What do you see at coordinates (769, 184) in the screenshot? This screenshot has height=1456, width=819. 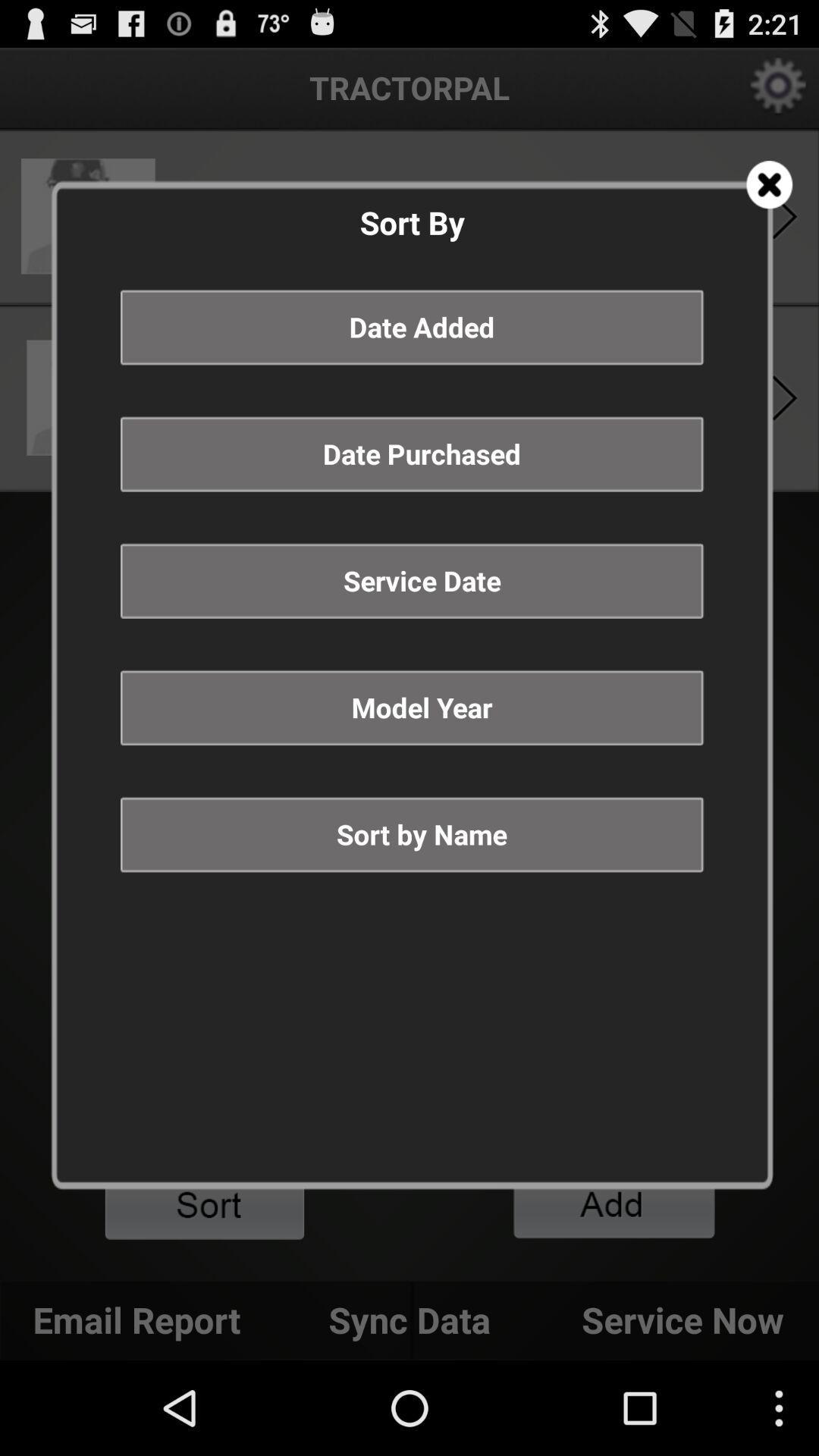 I see `icon at the top right corner` at bounding box center [769, 184].